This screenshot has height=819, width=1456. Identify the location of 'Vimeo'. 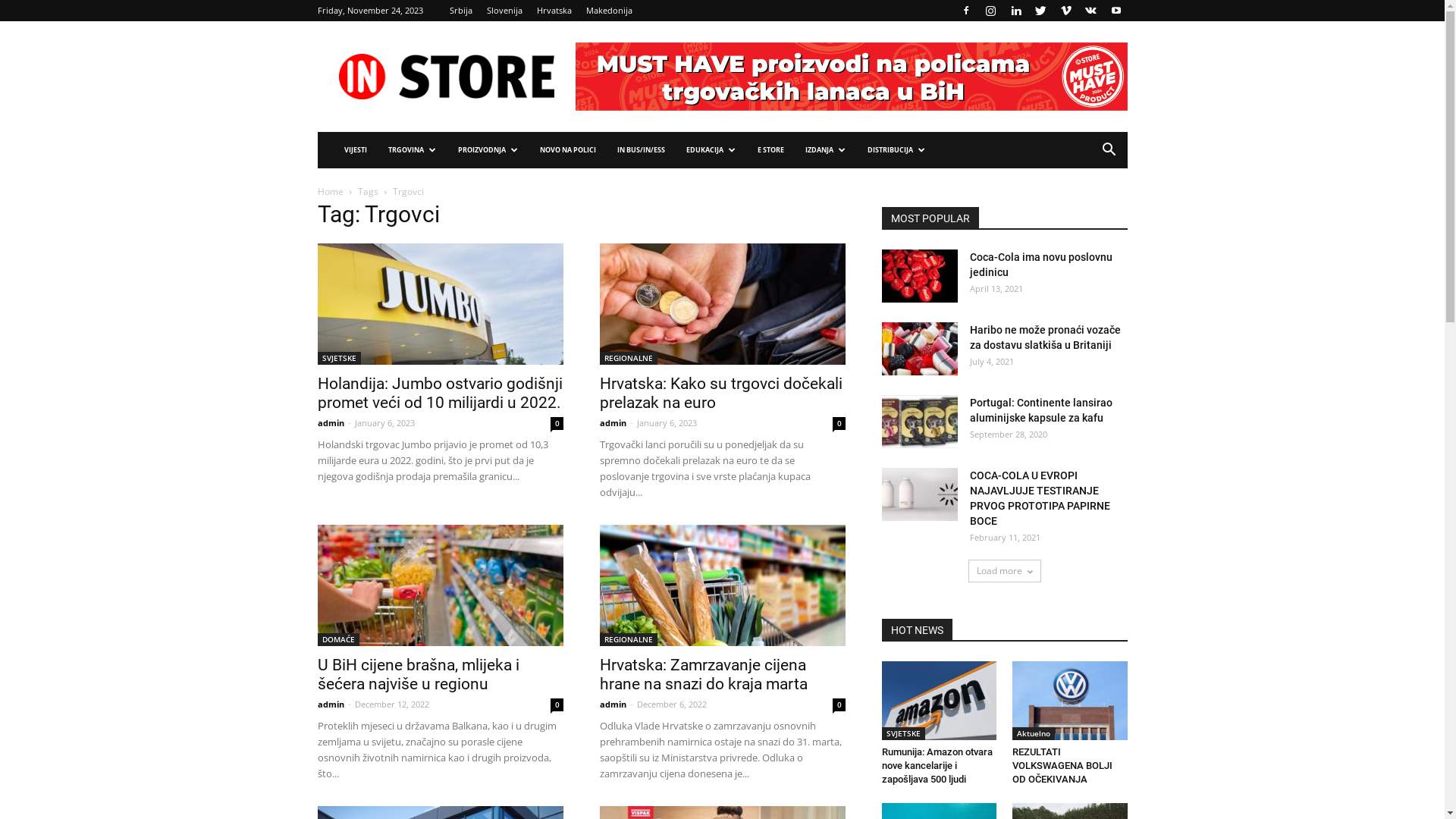
(1065, 11).